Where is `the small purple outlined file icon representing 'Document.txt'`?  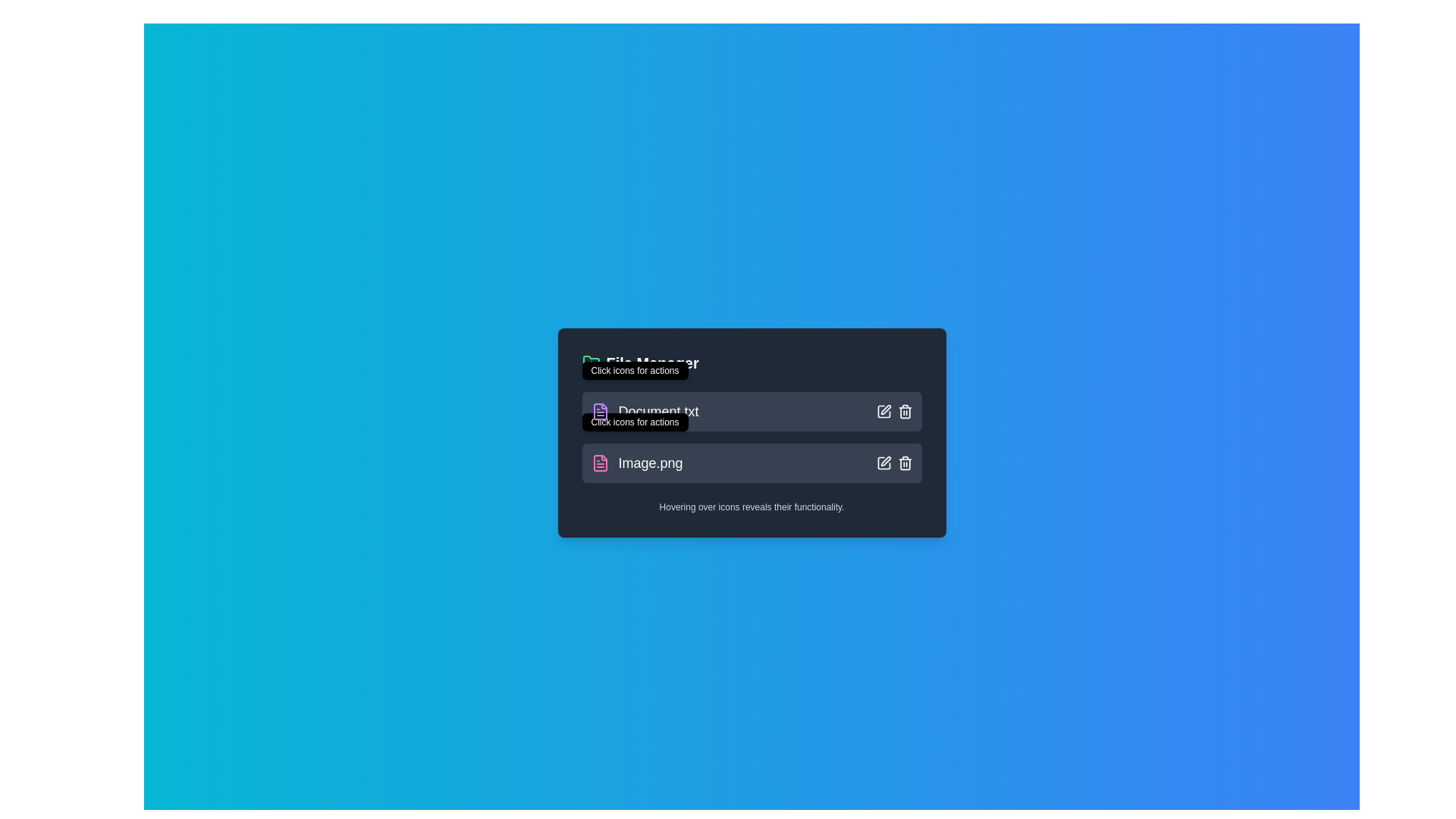 the small purple outlined file icon representing 'Document.txt' is located at coordinates (599, 412).